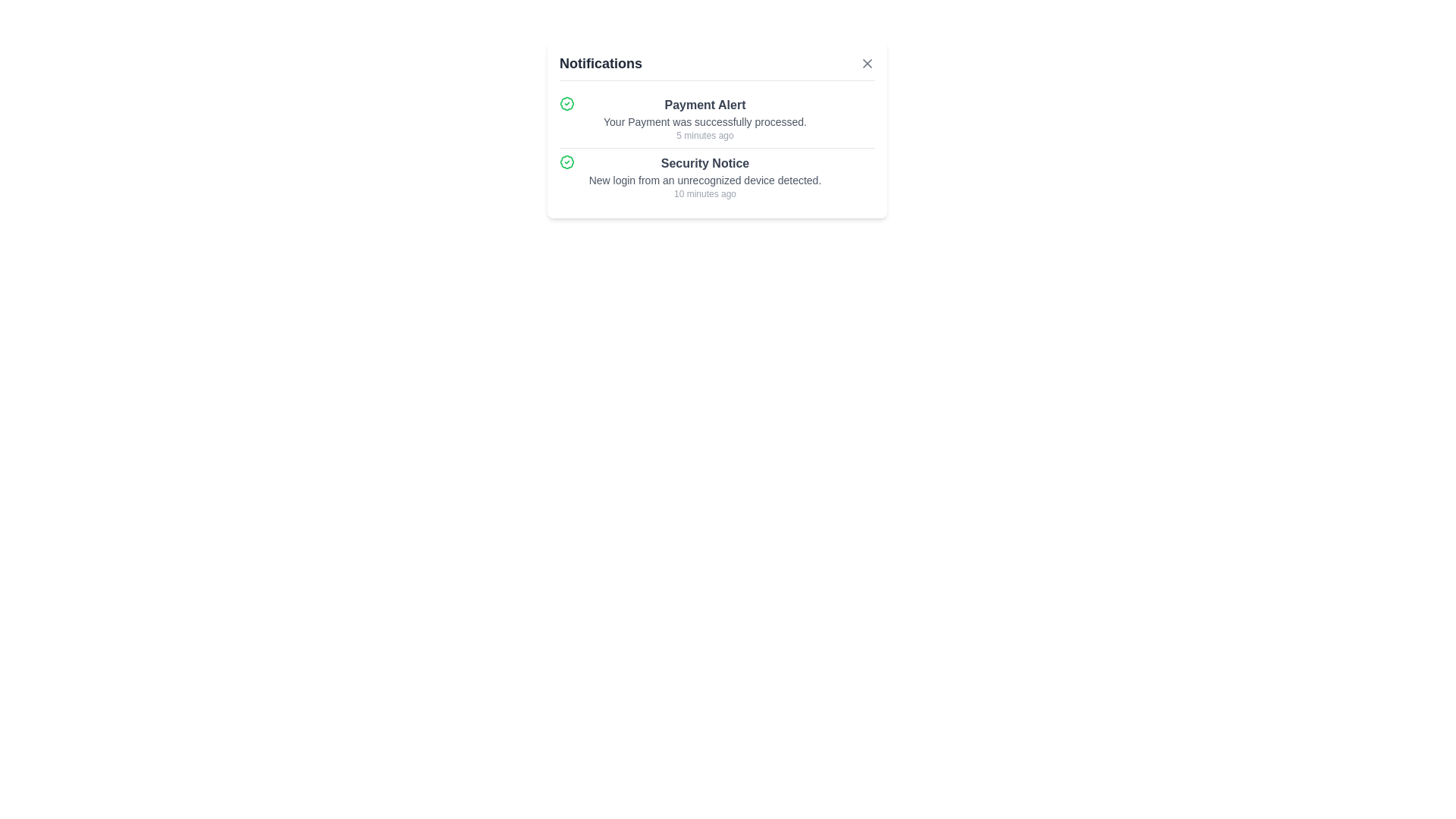  I want to click on the title label of the second notification in the vertical list, which categorizes and summarizes the notification's content, so click(704, 164).